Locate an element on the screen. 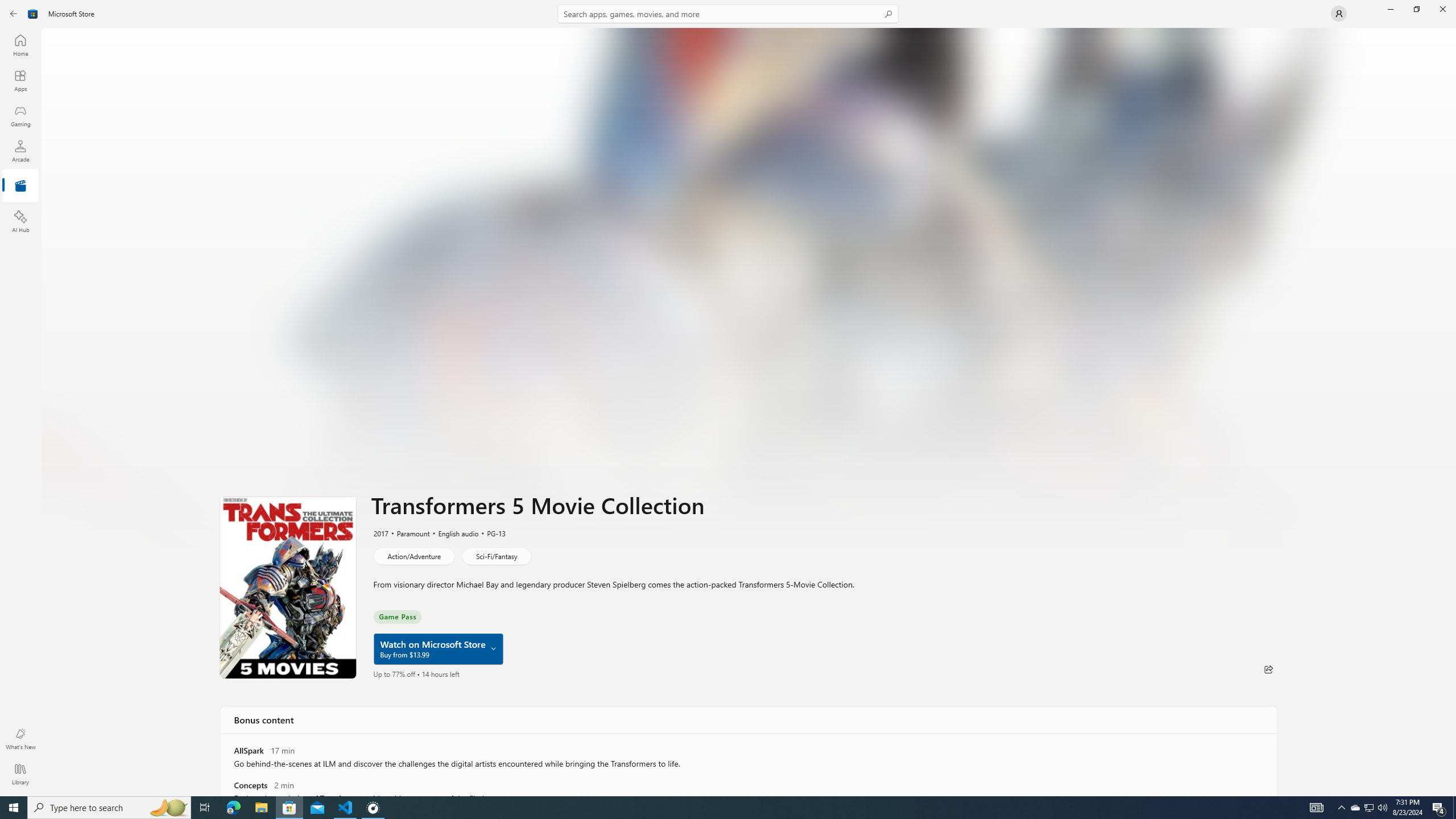 This screenshot has height=819, width=1456. 'Restore Microsoft Store' is located at coordinates (1416, 9).